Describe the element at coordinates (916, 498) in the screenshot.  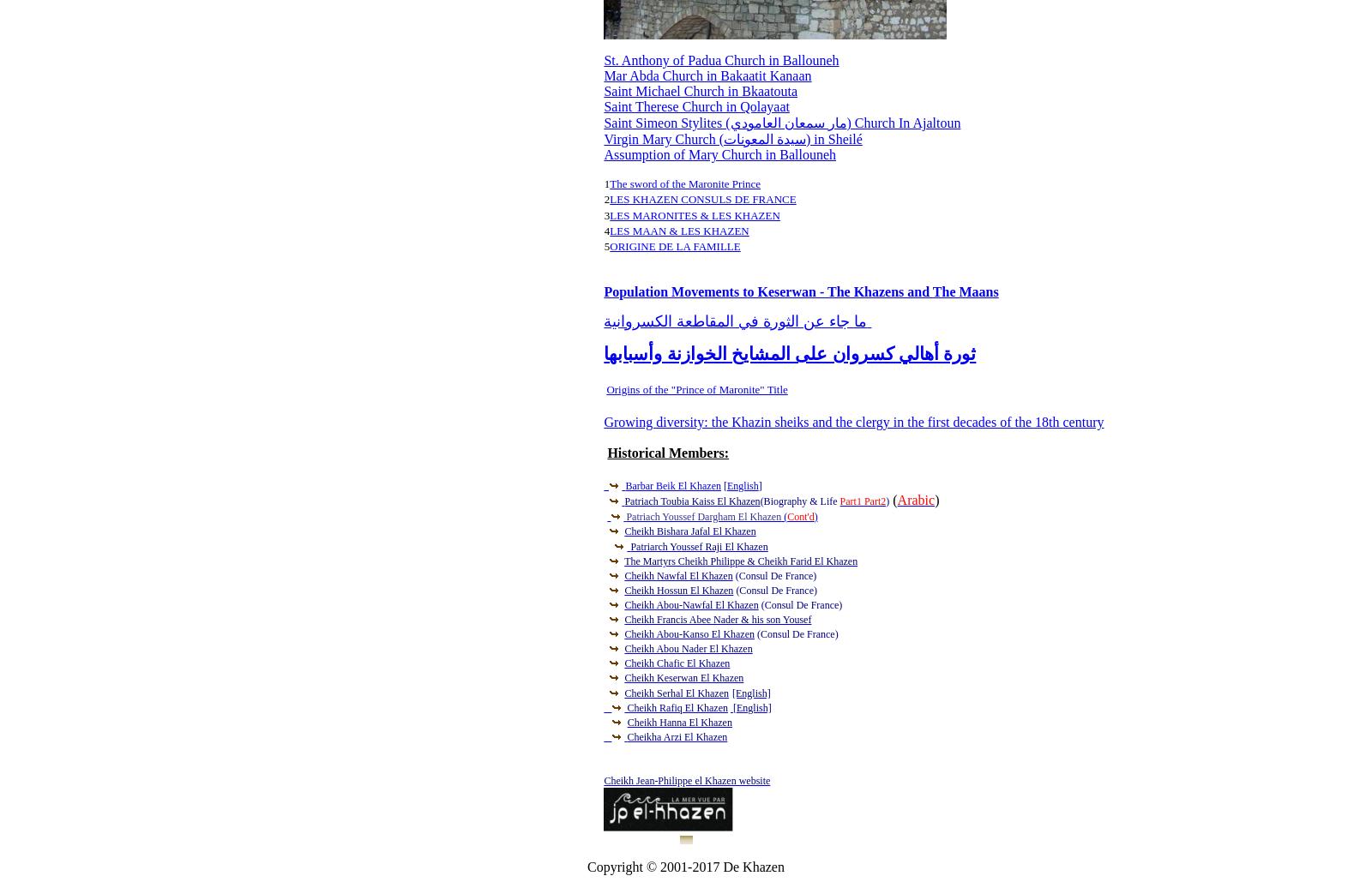
I see `'Arabic'` at that location.